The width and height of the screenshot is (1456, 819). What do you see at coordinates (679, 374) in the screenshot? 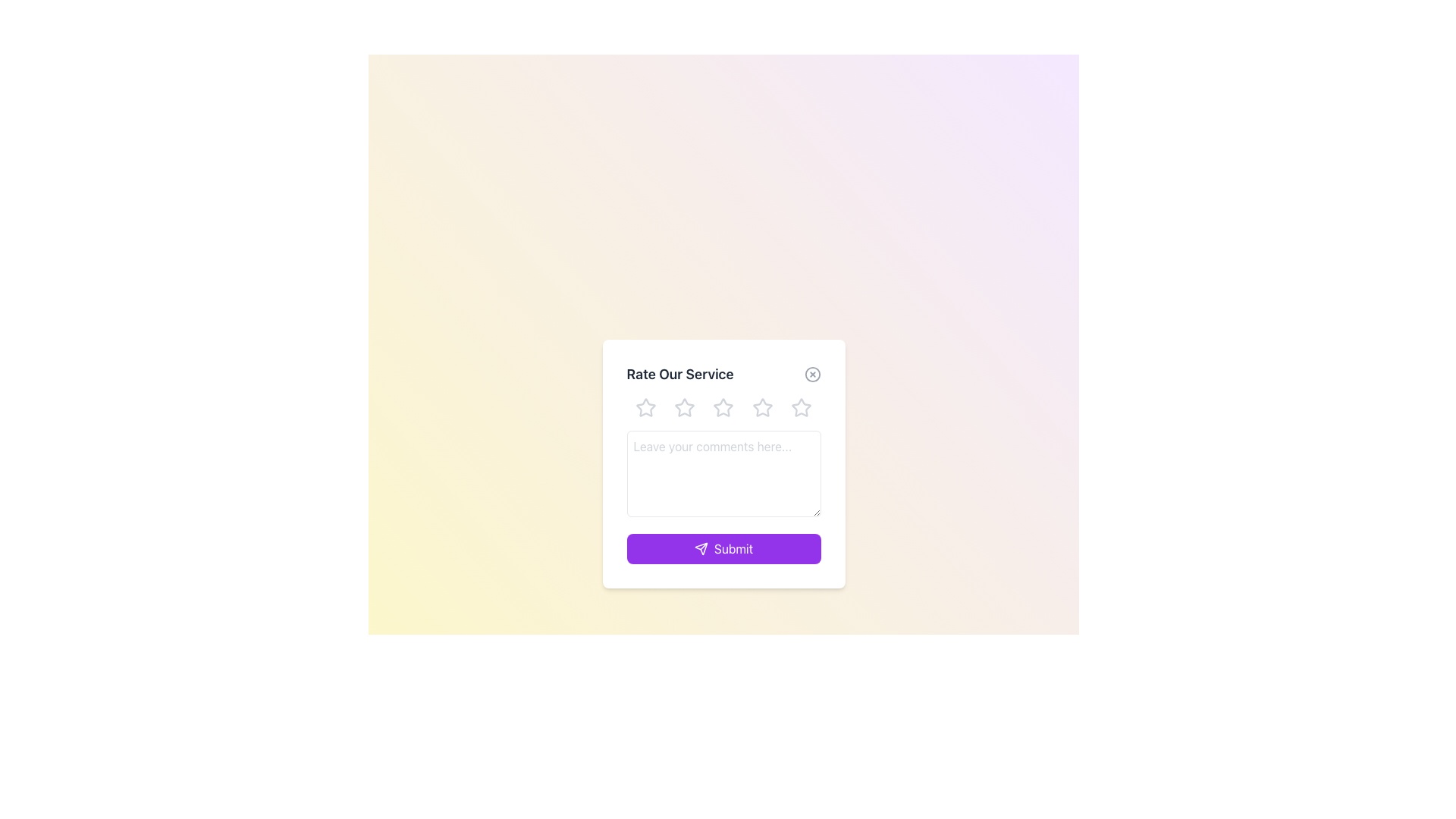
I see `text component displaying 'Rate Our Service' in bold dark gray at the top of the feedback card` at bounding box center [679, 374].